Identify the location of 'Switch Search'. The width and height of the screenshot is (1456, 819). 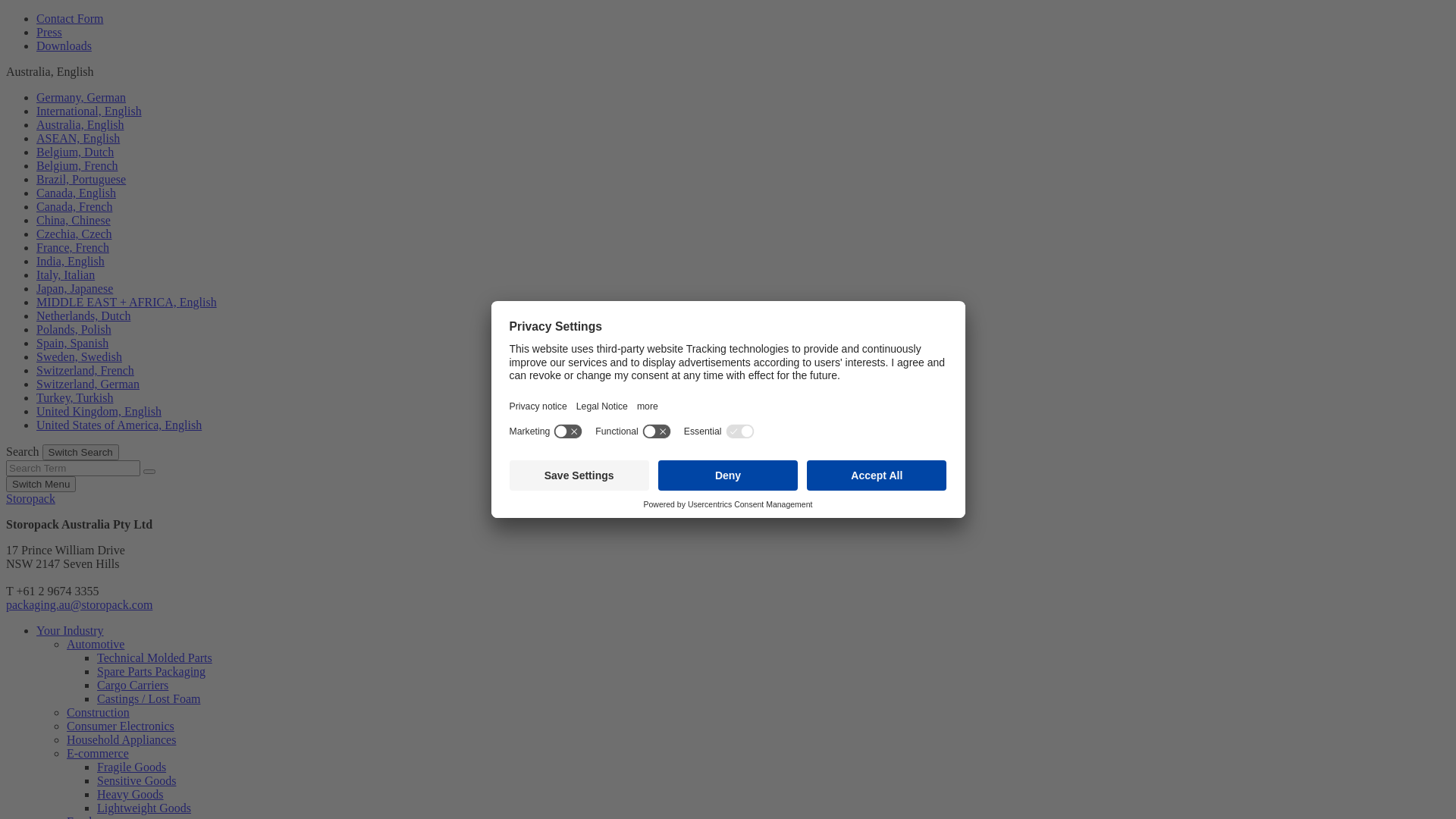
(80, 451).